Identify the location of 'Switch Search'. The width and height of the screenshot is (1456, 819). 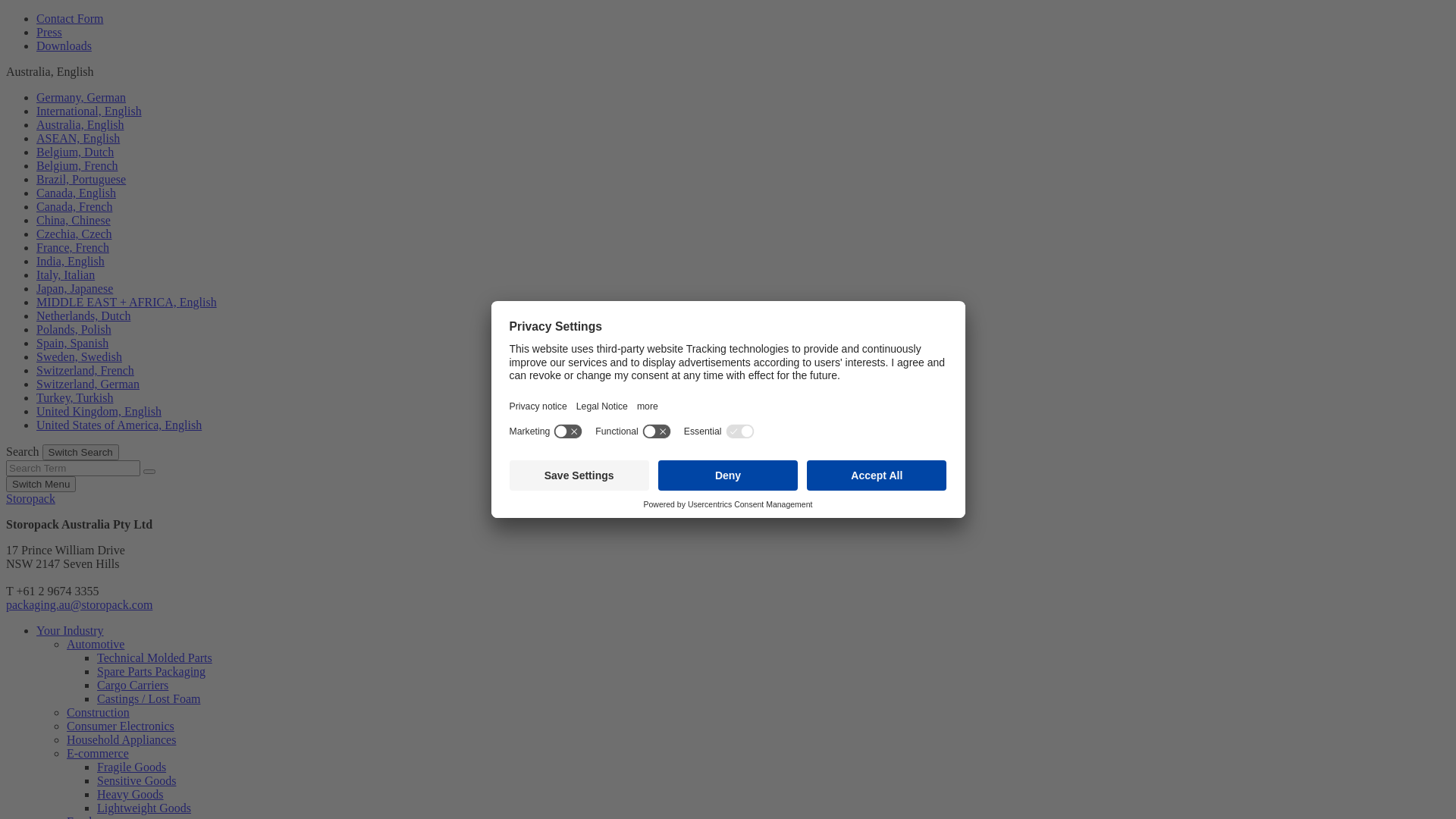
(80, 451).